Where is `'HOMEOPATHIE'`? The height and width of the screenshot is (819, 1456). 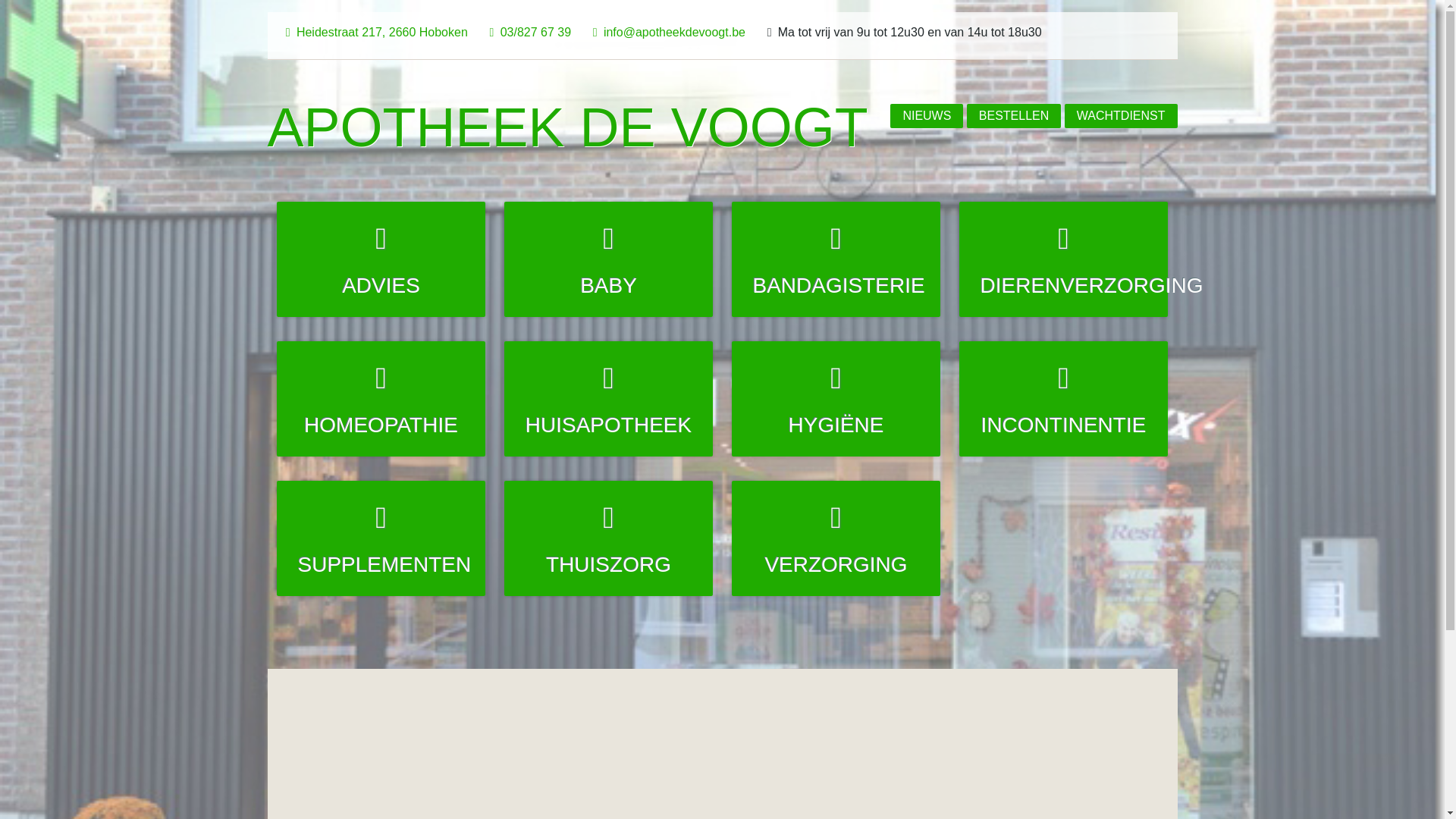 'HOMEOPATHIE' is located at coordinates (381, 397).